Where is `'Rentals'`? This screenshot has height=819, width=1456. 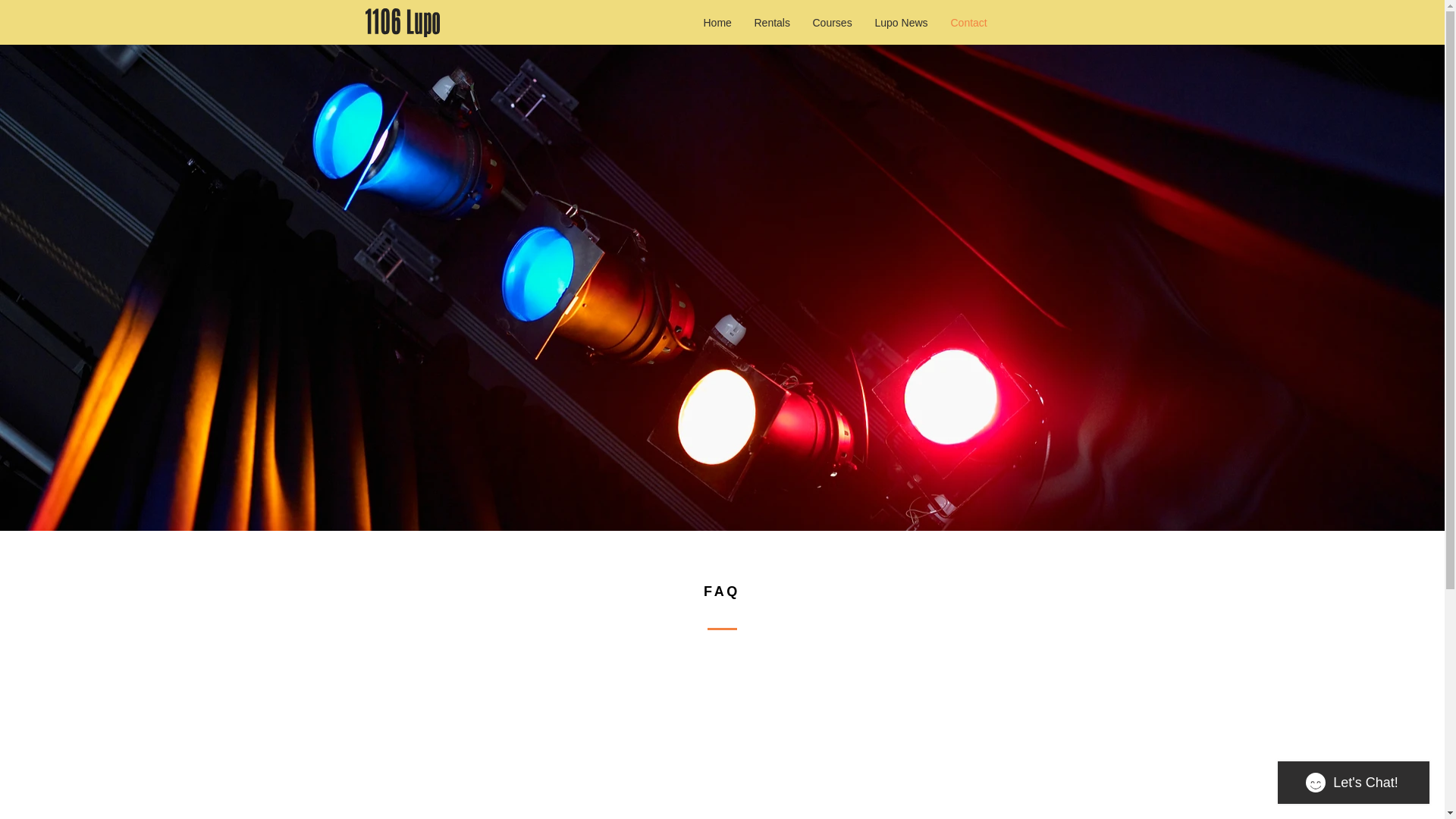 'Rentals' is located at coordinates (772, 23).